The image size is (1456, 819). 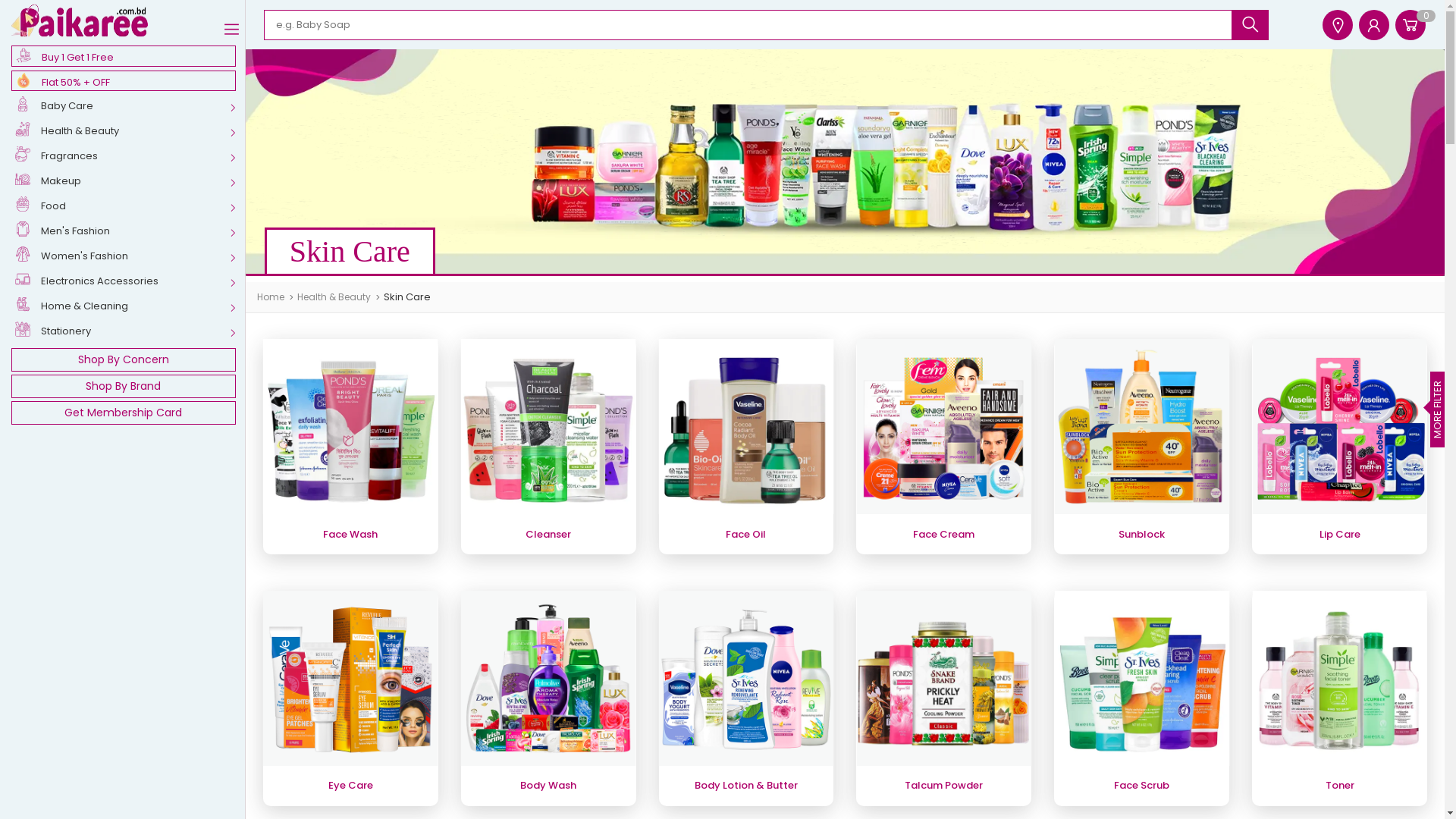 What do you see at coordinates (275, 297) in the screenshot?
I see `'Home'` at bounding box center [275, 297].